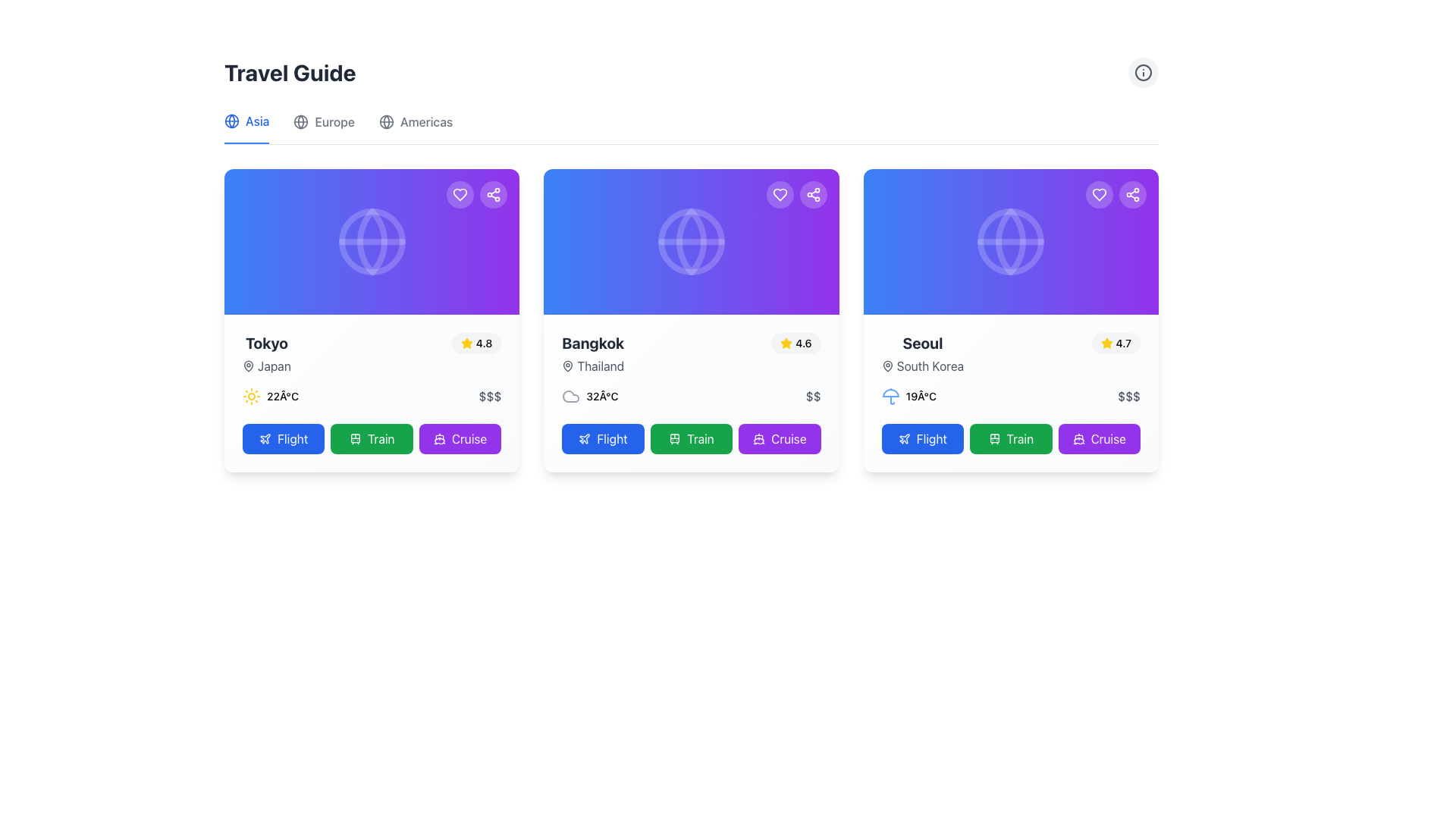 The width and height of the screenshot is (1456, 819). What do you see at coordinates (266, 343) in the screenshot?
I see `text content displayed in the top-left corner of the first card, which identifies the city name above the label 'Japan'` at bounding box center [266, 343].